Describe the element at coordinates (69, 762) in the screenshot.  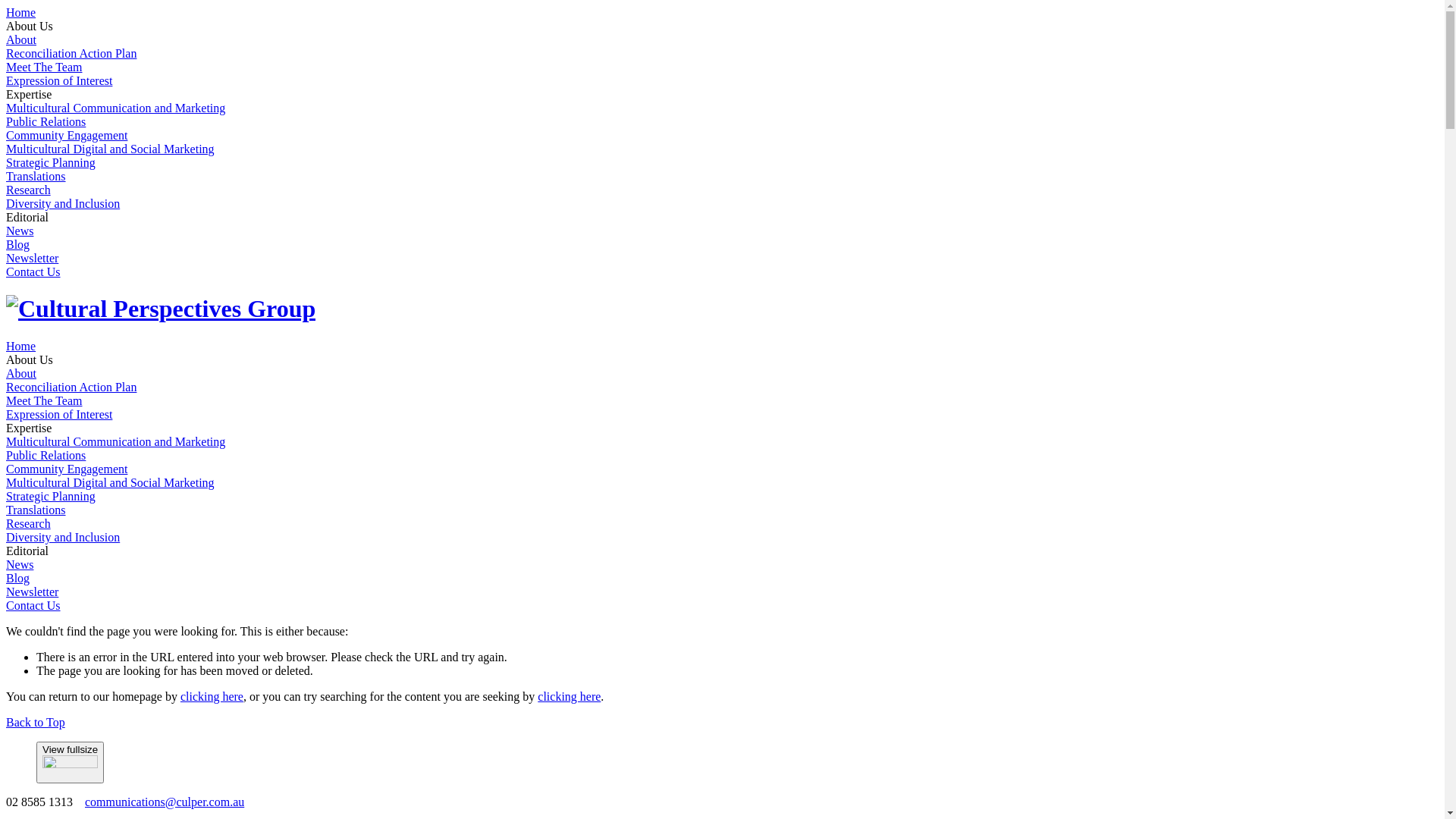
I see `'View fullsize'` at that location.